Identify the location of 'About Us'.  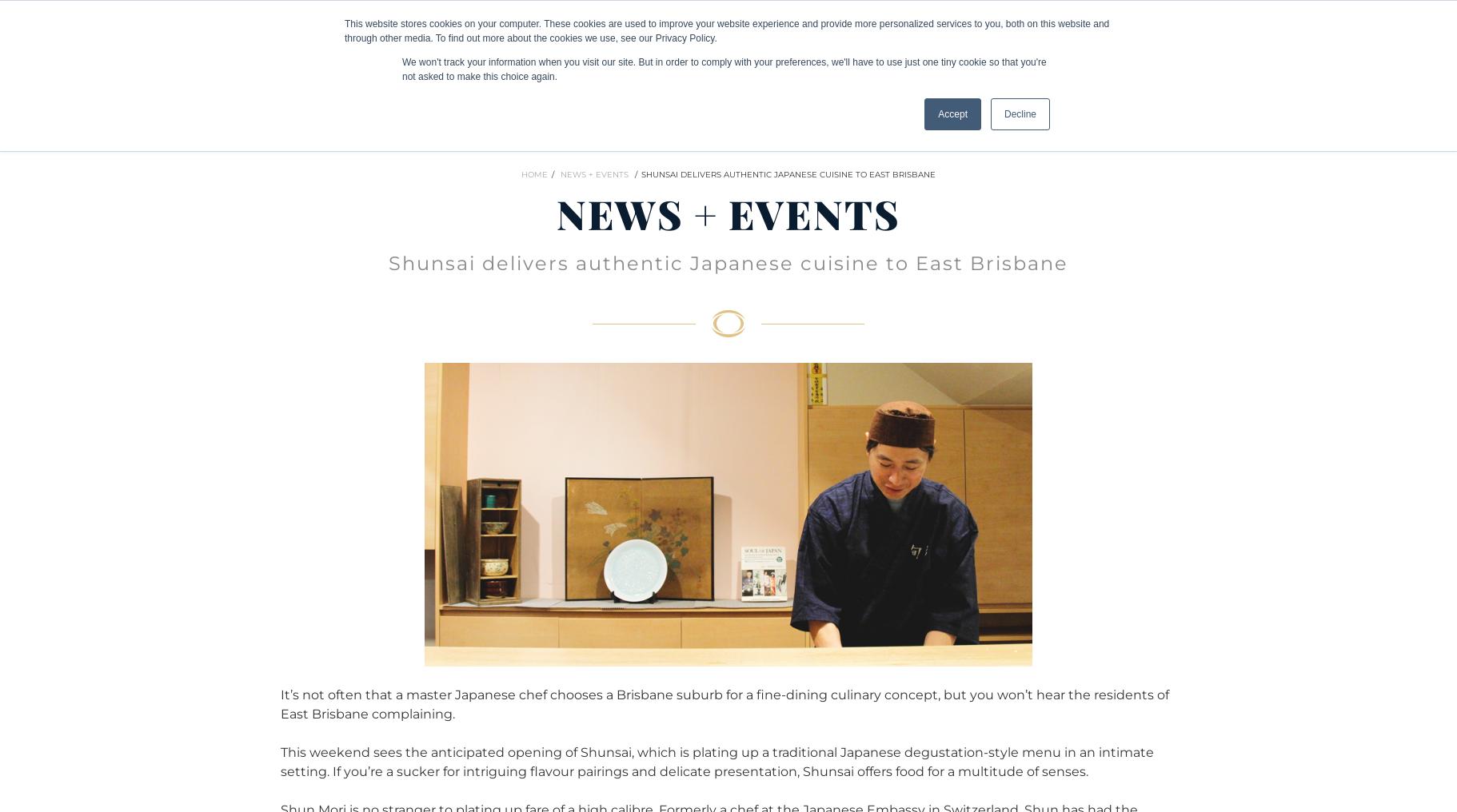
(973, 30).